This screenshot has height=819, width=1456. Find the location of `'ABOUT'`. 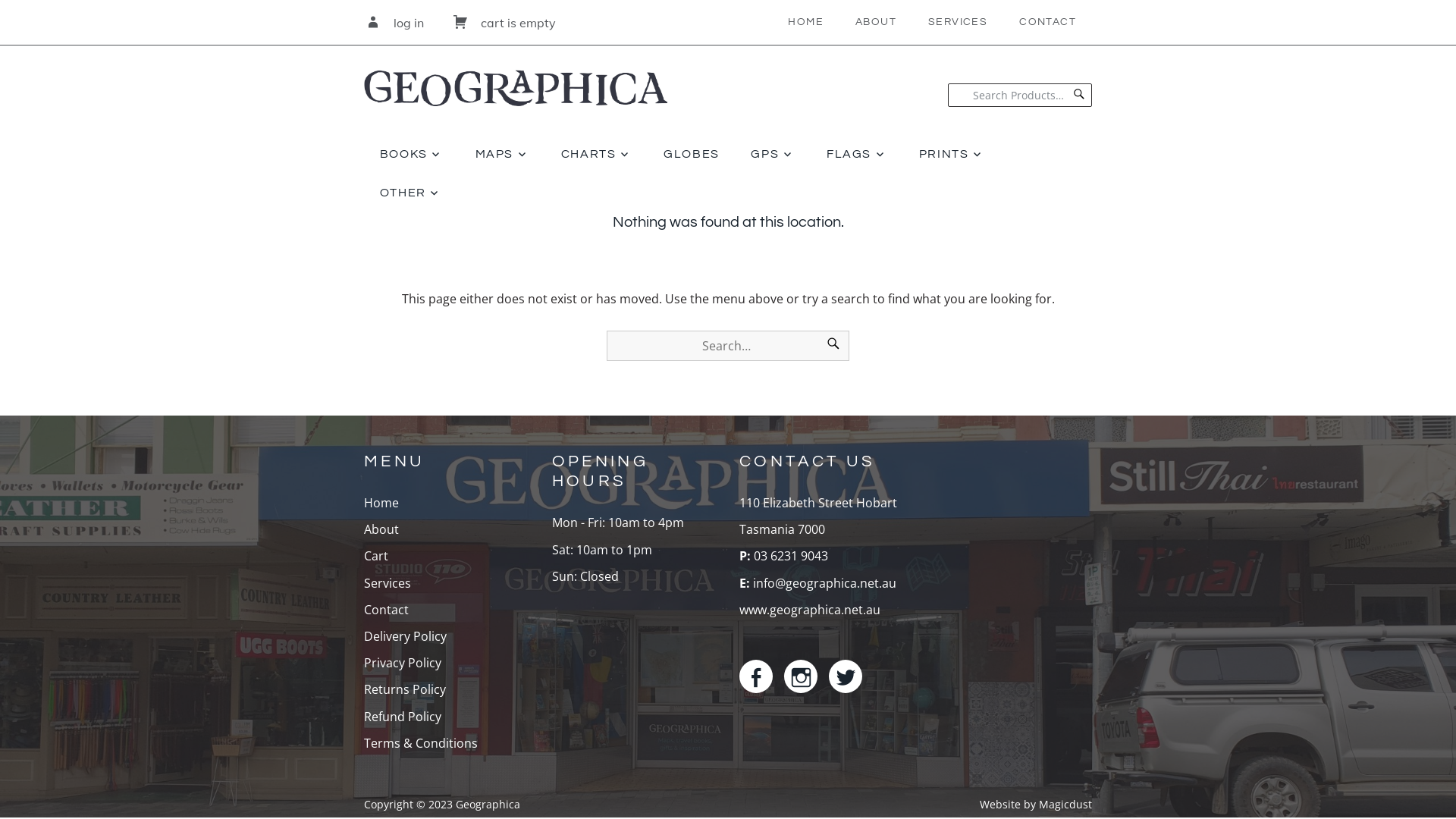

'ABOUT' is located at coordinates (876, 22).